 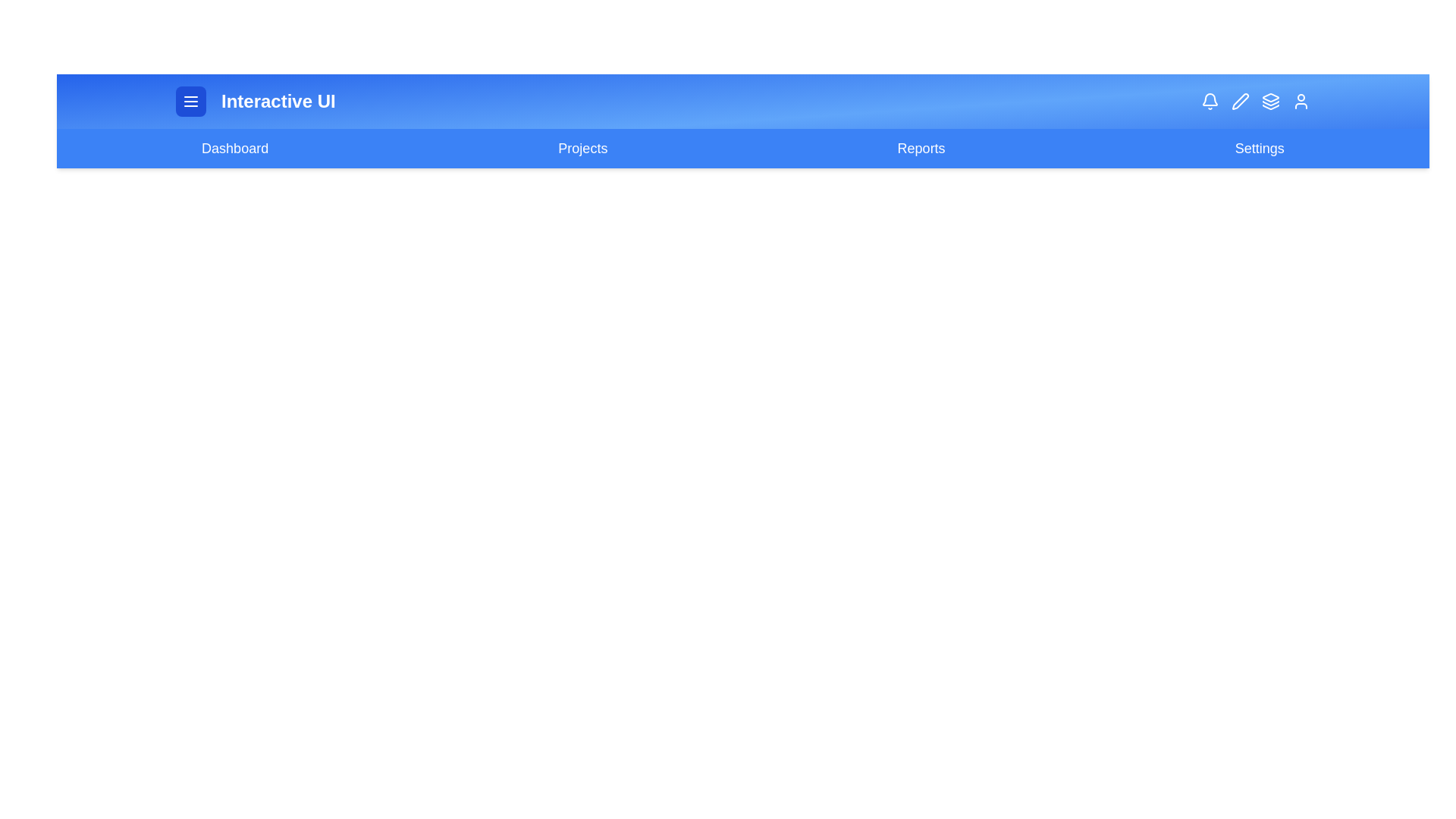 I want to click on the Pen icon button in the top-right corner, so click(x=1241, y=102).